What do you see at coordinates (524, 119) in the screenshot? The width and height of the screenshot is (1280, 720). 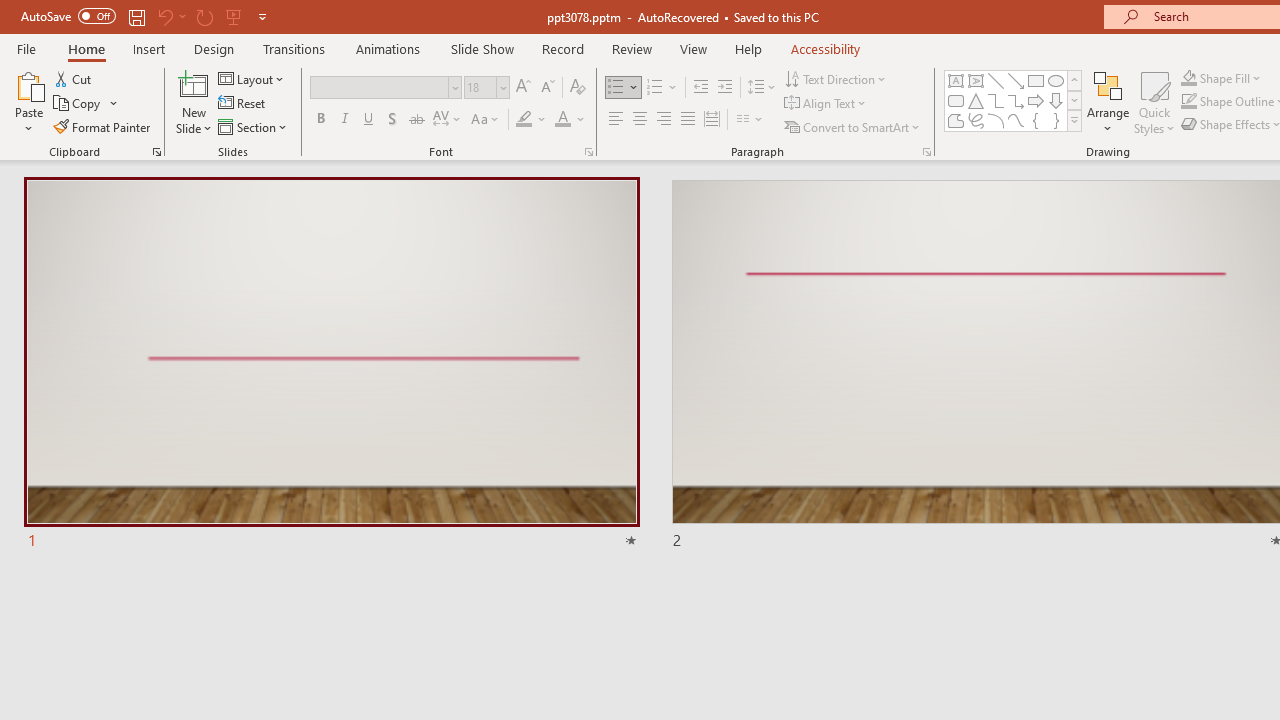 I see `'Text Highlight Color Yellow'` at bounding box center [524, 119].